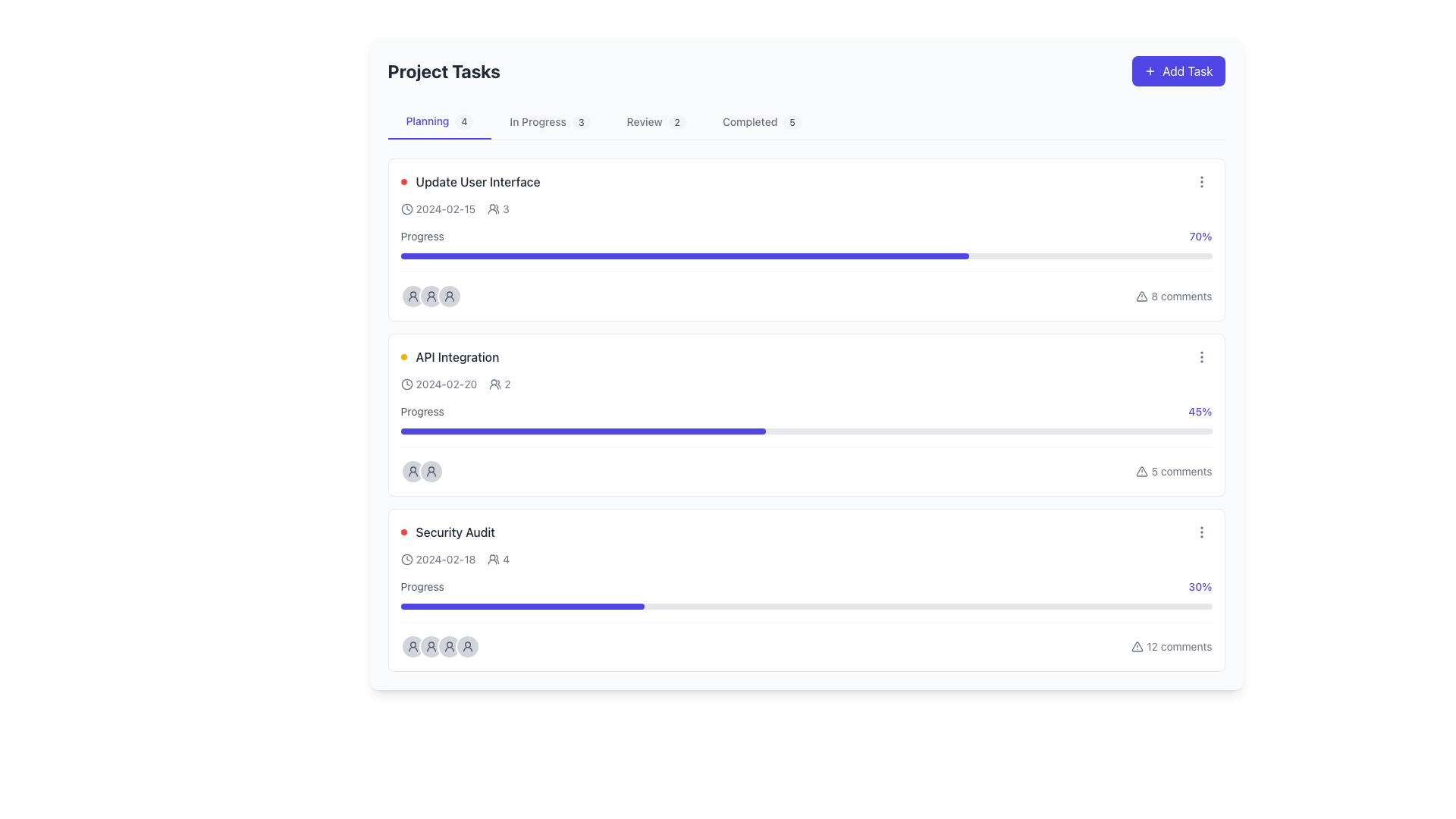  What do you see at coordinates (1173, 296) in the screenshot?
I see `the text label displaying '8 comments' with a triangle-shaped icon on its left, located in the far-right section of the task card titled 'Update User Interface'` at bounding box center [1173, 296].